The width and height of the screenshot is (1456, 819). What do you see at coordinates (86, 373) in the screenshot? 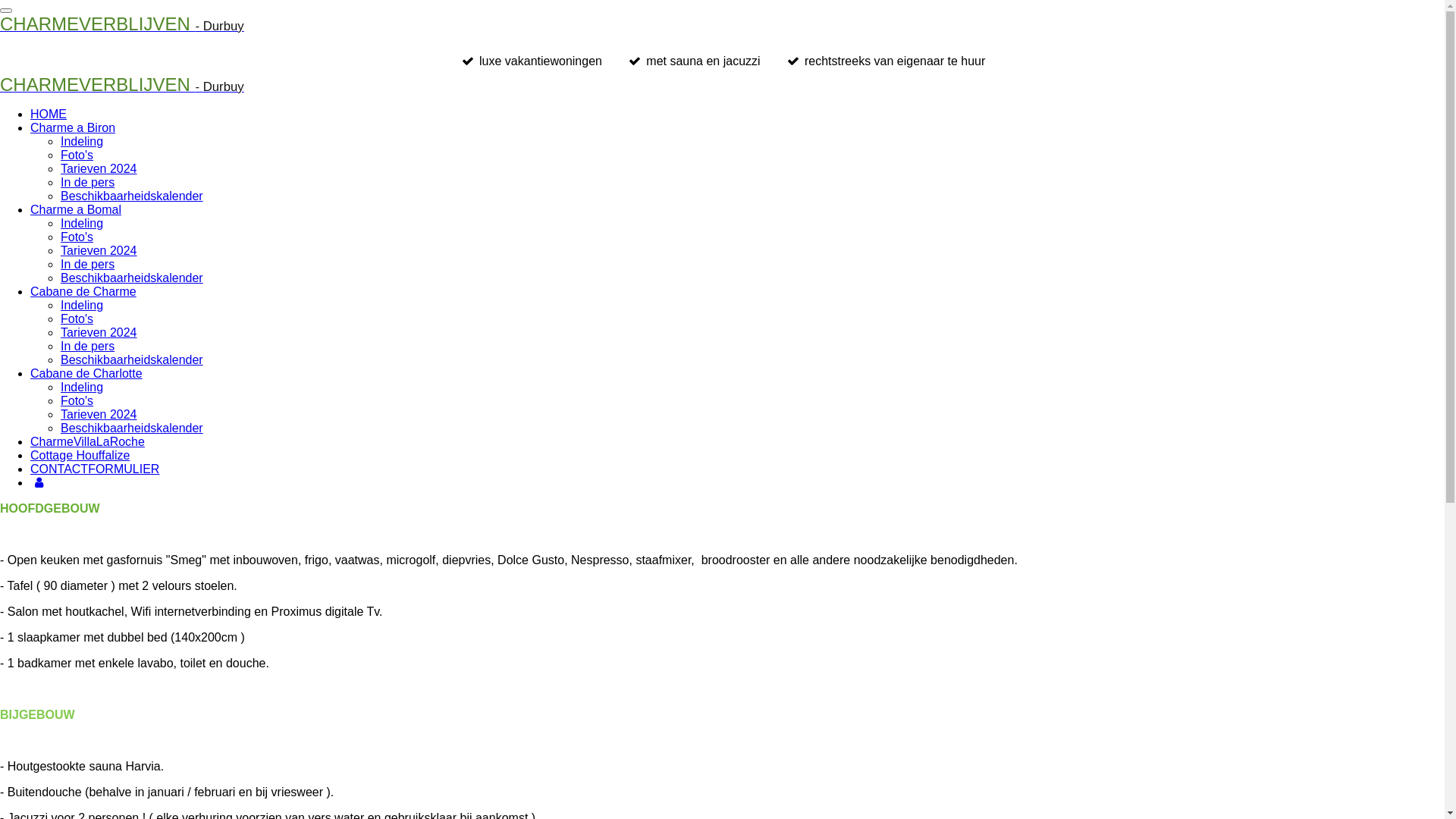
I see `'Cabane de Charlotte'` at bounding box center [86, 373].